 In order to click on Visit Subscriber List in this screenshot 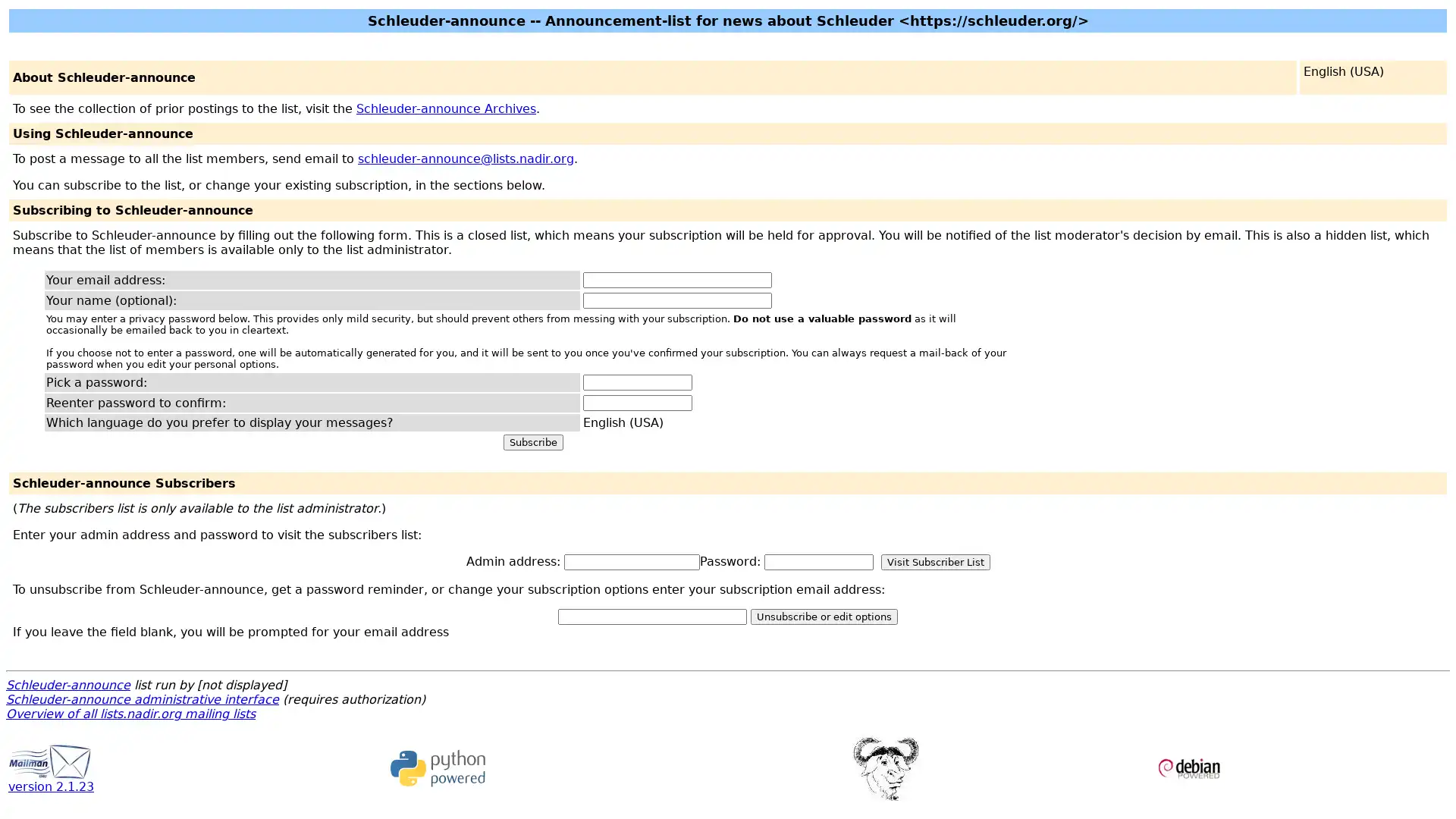, I will do `click(934, 562)`.